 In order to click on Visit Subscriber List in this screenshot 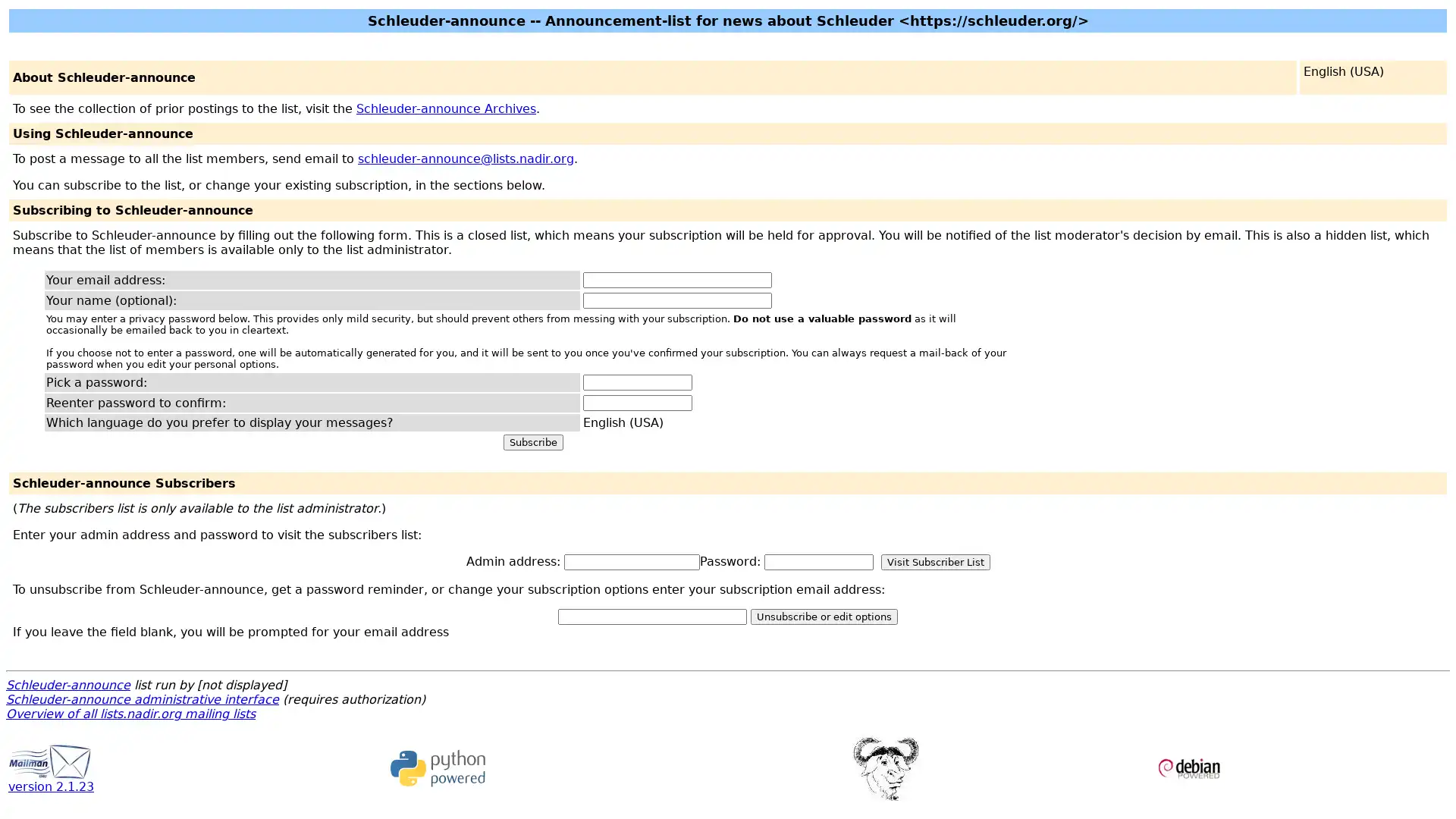, I will do `click(934, 562)`.